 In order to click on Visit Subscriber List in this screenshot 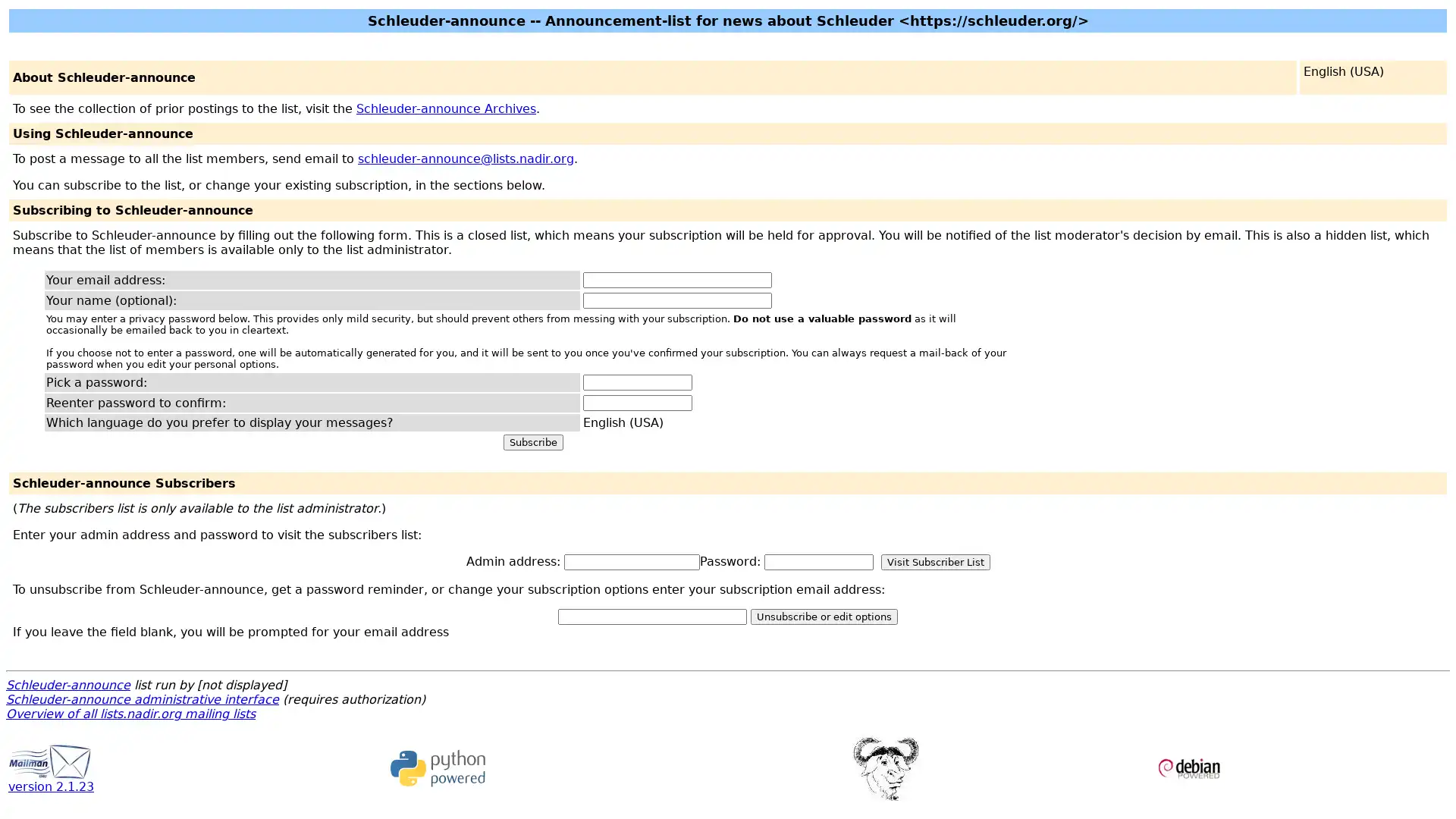, I will do `click(934, 562)`.